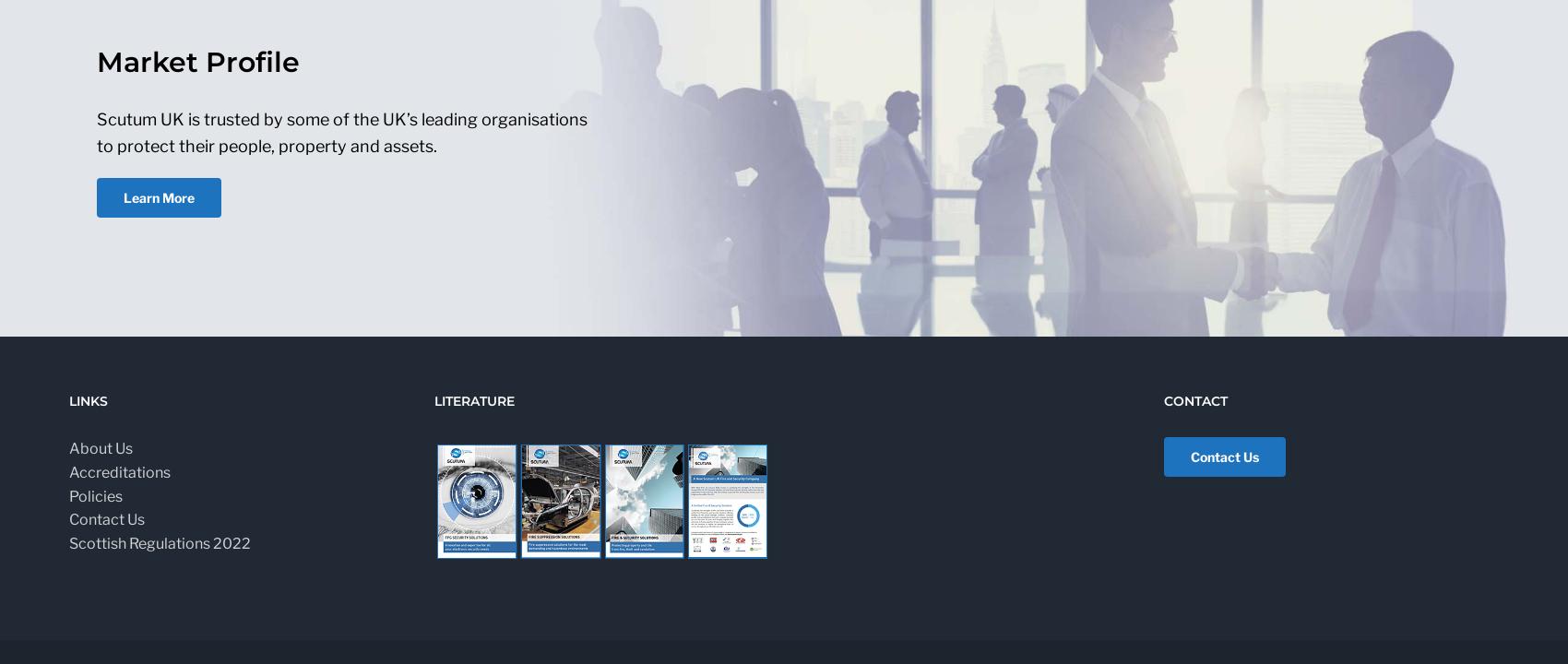  I want to click on 'Scutum UK is trusted by some of the UK’s leading organisations to protect their people, property and assets.', so click(339, 131).